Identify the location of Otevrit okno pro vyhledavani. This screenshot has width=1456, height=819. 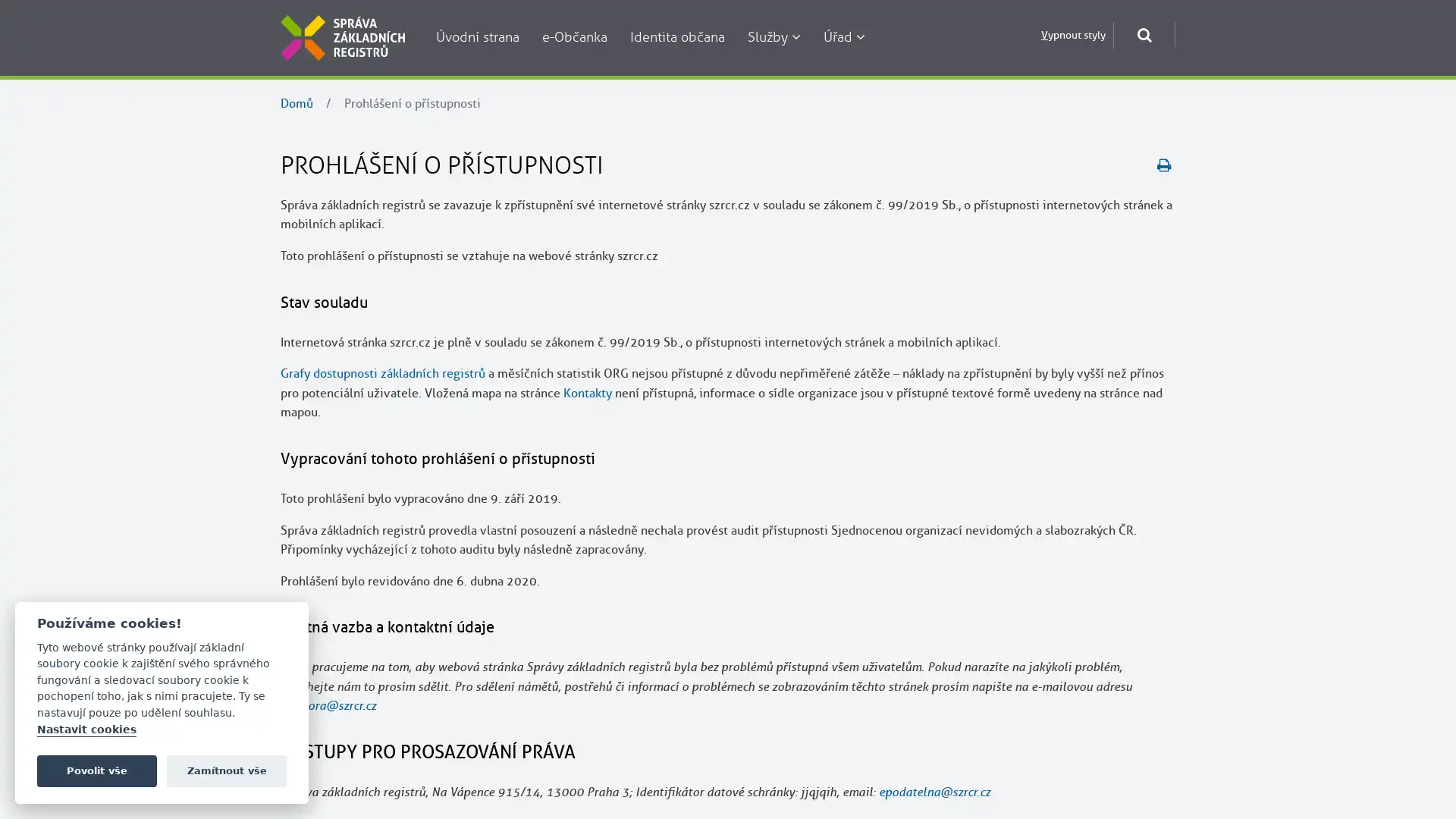
(1144, 34).